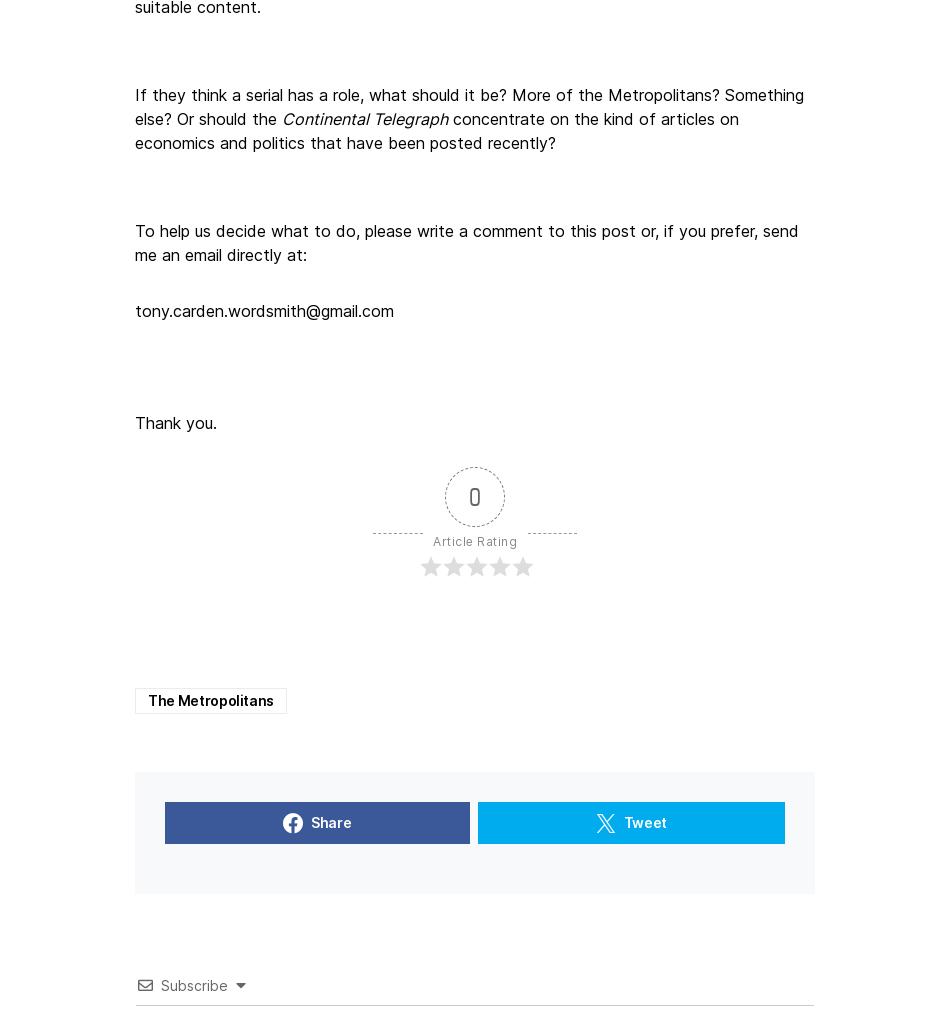 This screenshot has width=950, height=1009. What do you see at coordinates (363, 116) in the screenshot?
I see `'Continental Telegraph'` at bounding box center [363, 116].